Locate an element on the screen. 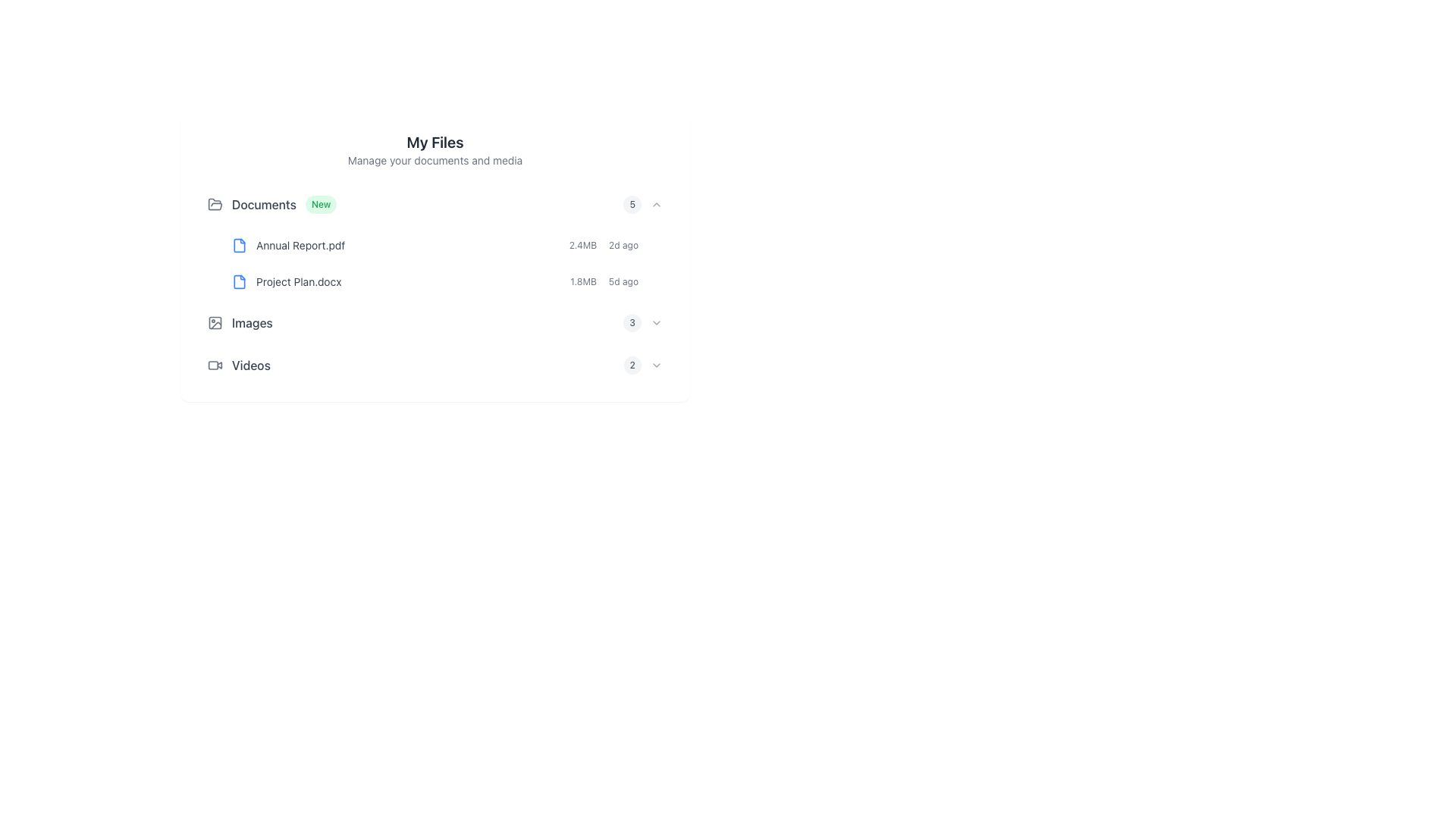  the displayed value of the badge or count indicator next to the 'Documents' section in the file list is located at coordinates (632, 322).